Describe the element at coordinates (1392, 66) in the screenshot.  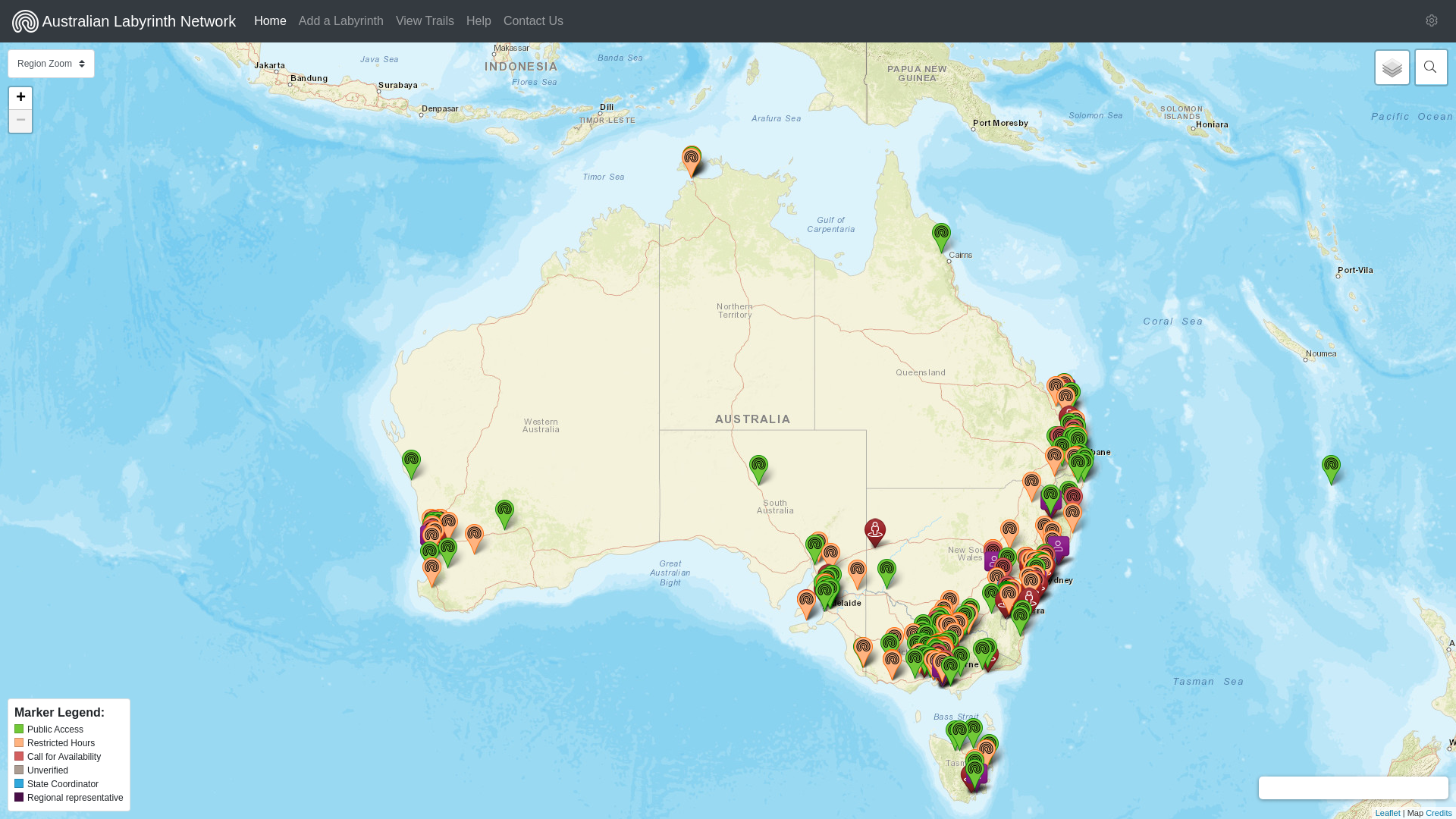
I see `'Layers'` at that location.